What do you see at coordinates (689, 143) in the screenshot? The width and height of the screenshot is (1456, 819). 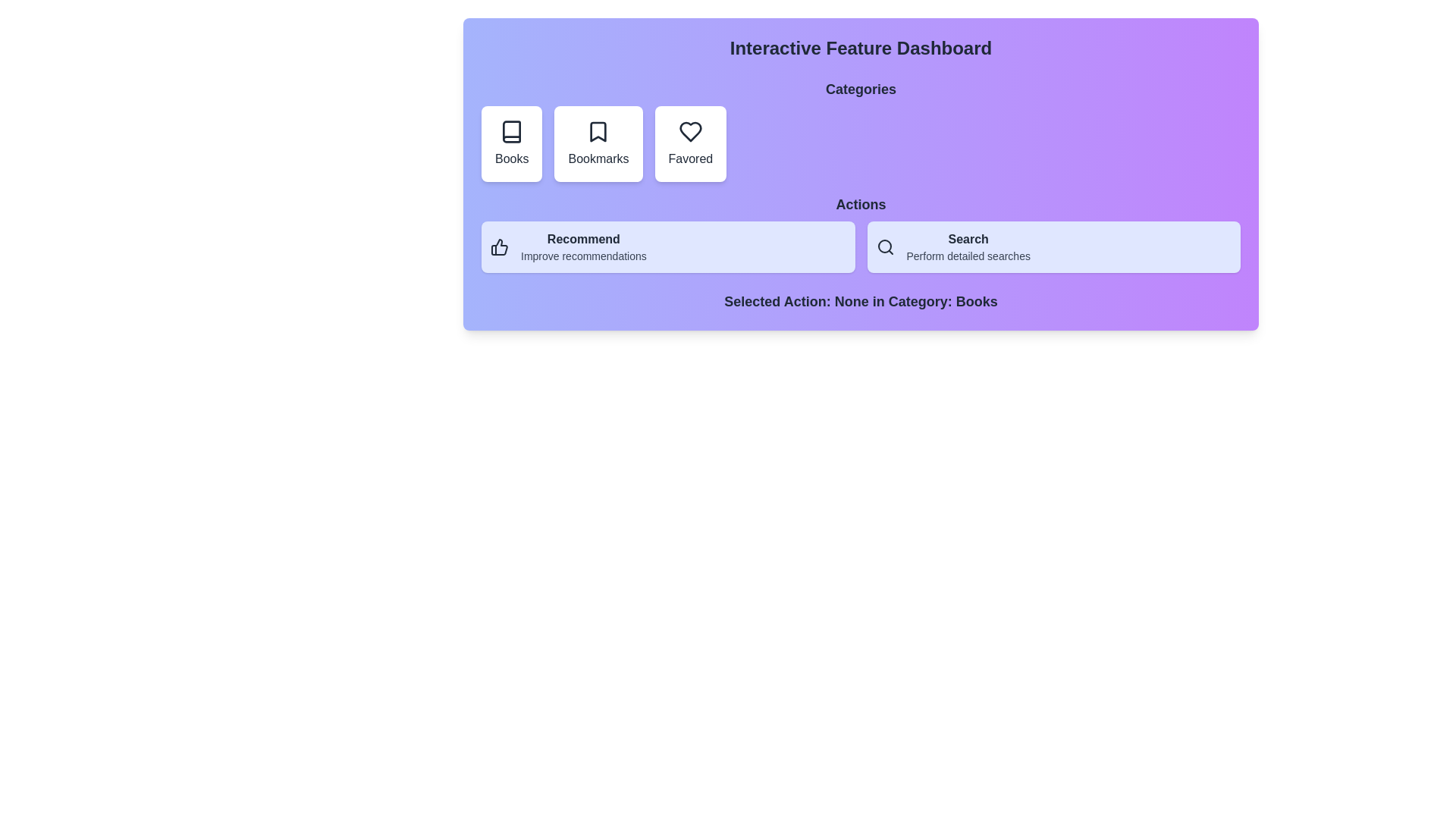 I see `the 'Favored' category button, which is the third item in a horizontal list of category cards under the 'Categories' header, to filter or display items tagged as 'Favored'` at bounding box center [689, 143].